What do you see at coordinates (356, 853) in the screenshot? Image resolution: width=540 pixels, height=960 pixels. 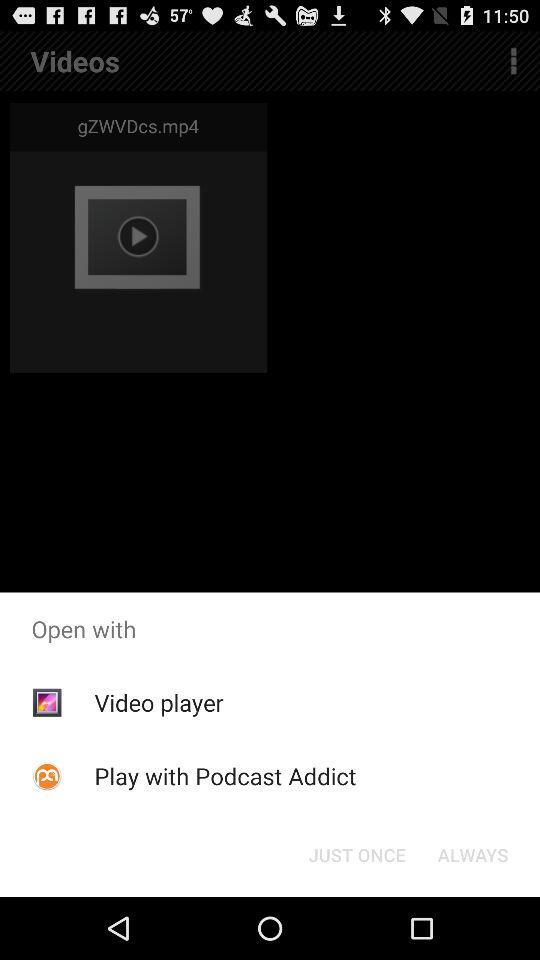 I see `icon below the play with podcast item` at bounding box center [356, 853].